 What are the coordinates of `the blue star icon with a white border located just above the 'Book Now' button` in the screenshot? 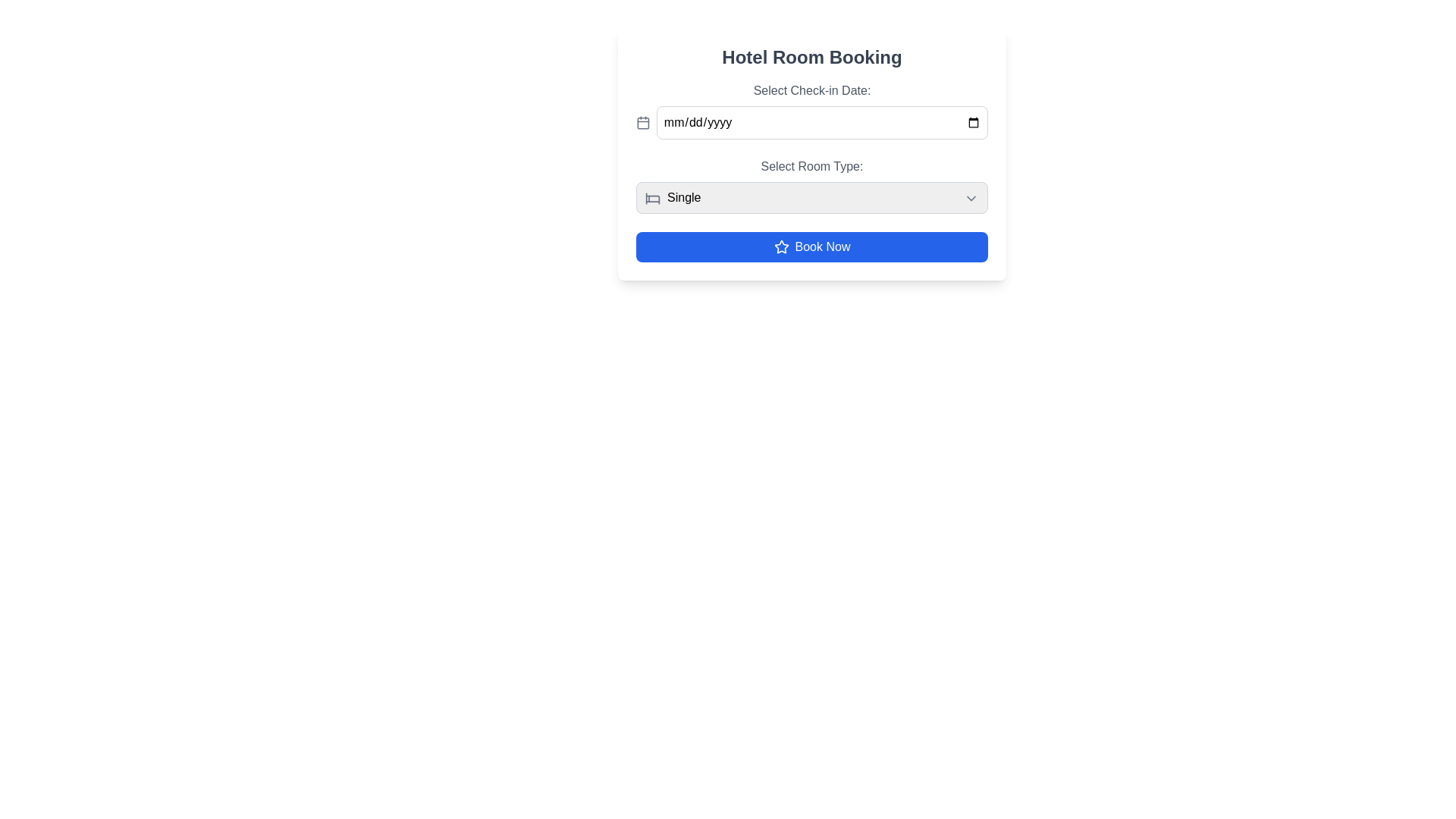 It's located at (781, 246).